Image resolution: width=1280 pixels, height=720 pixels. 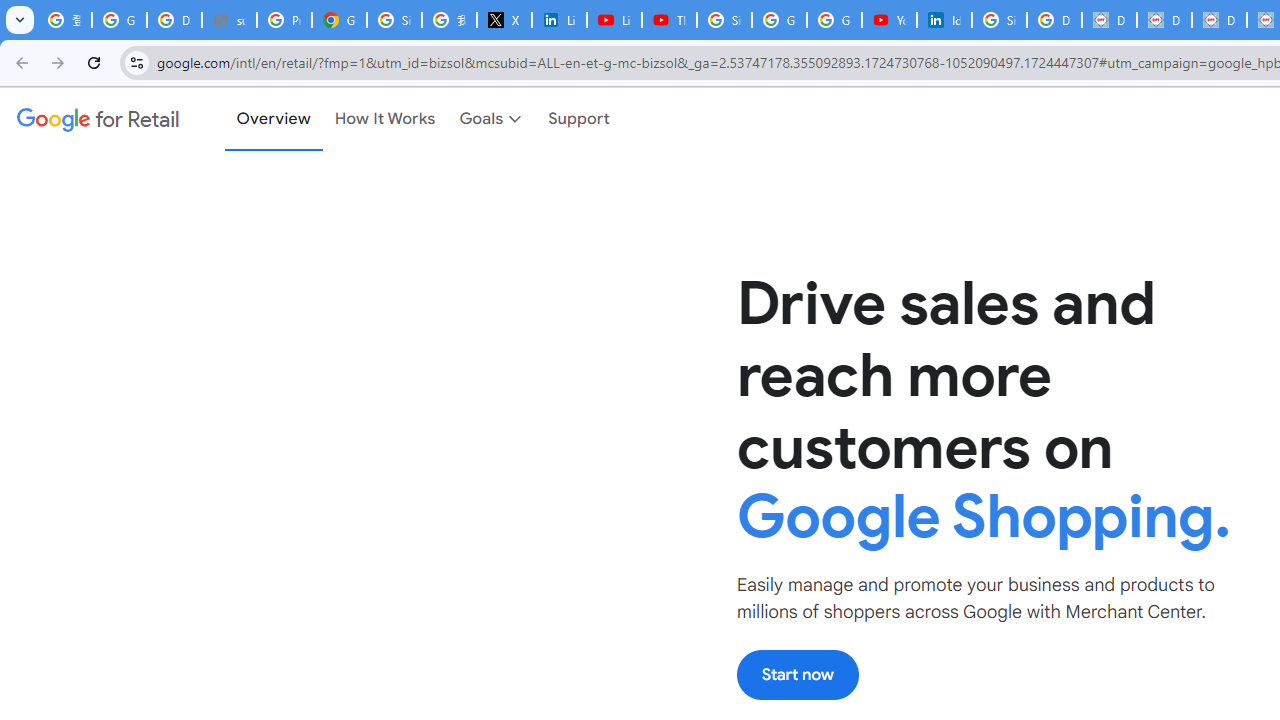 I want to click on 'support.google.com - Network error', so click(x=229, y=20).